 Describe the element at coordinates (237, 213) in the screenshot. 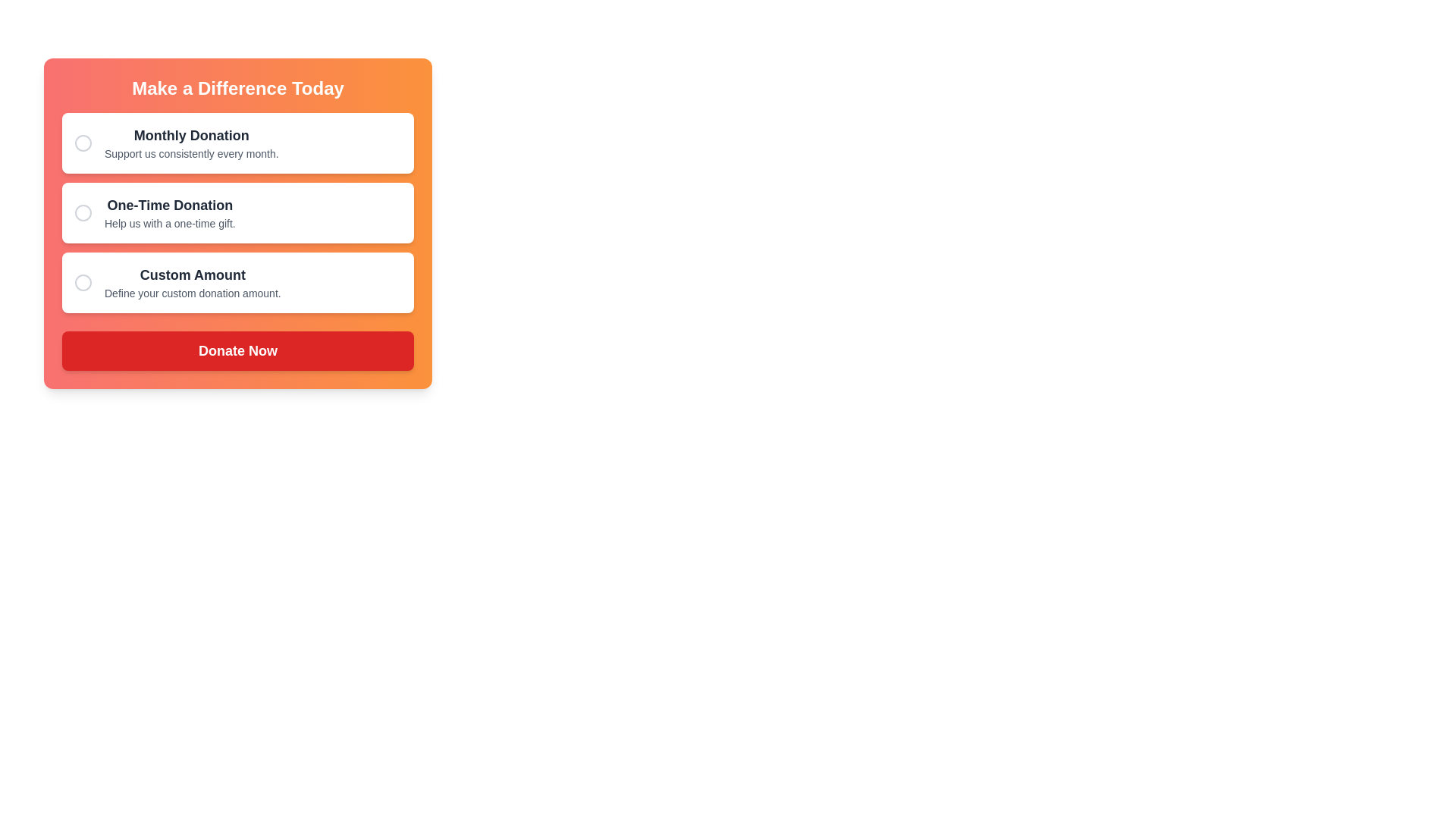

I see `the Choice group containing options for 'Monthly Donation', 'One-Time Donation', and 'Custom Amount'` at that location.